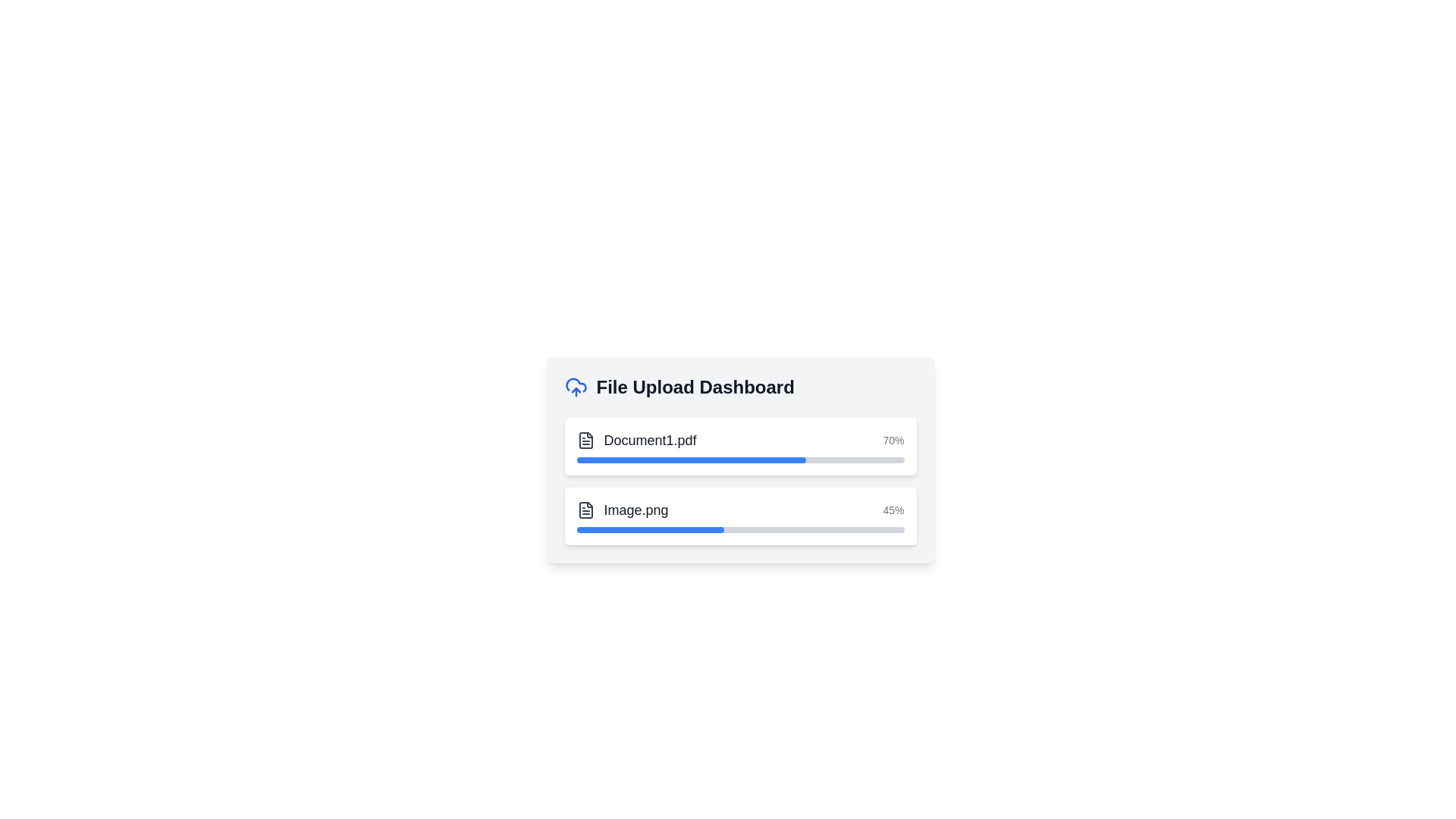 This screenshot has height=819, width=1456. I want to click on text content of the Text Label that displays the name of the file currently being uploaded, located in the file upload dashboard UI, beneath 'Document1.pdf', so click(636, 510).